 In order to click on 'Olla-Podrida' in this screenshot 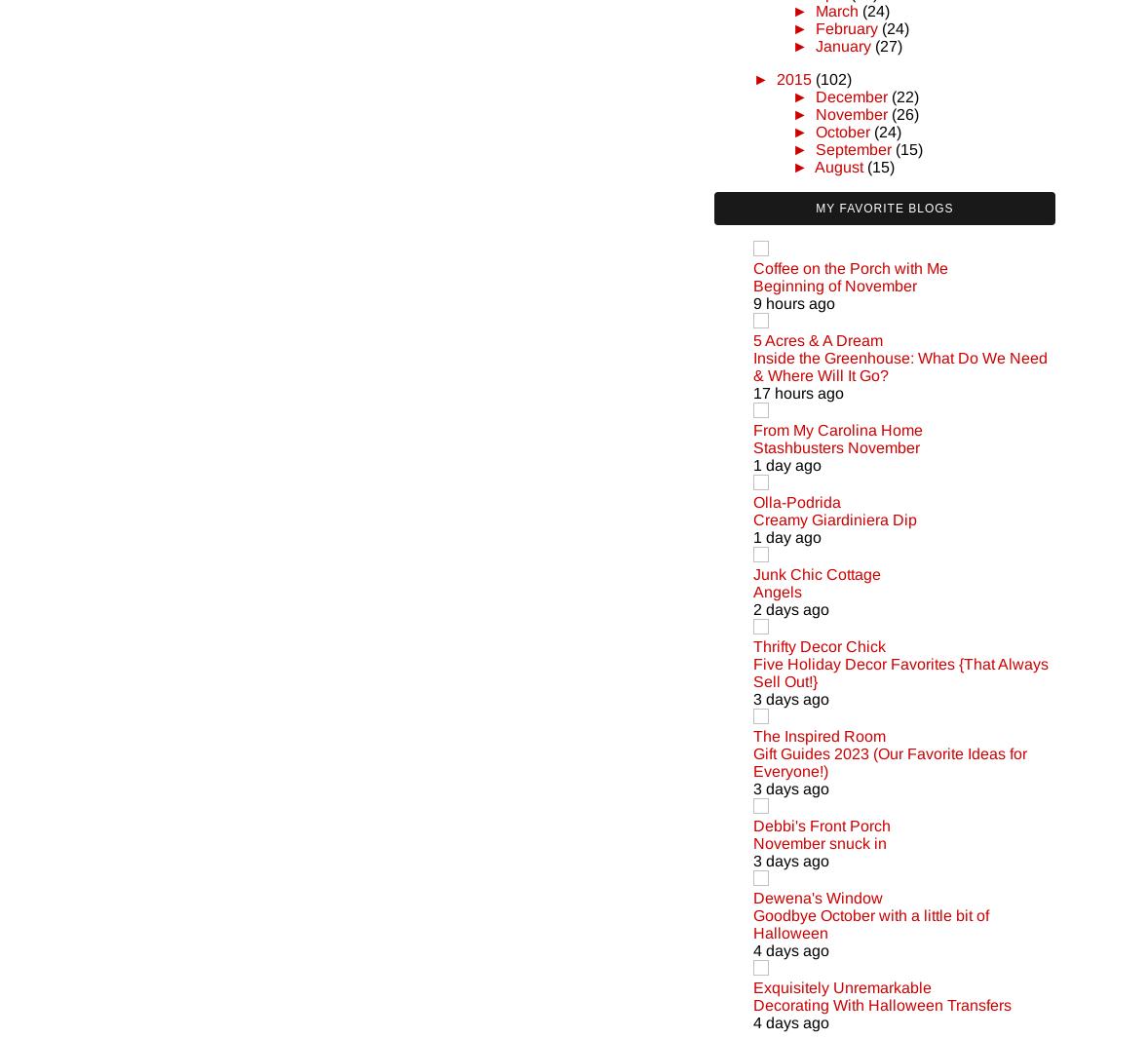, I will do `click(796, 500)`.